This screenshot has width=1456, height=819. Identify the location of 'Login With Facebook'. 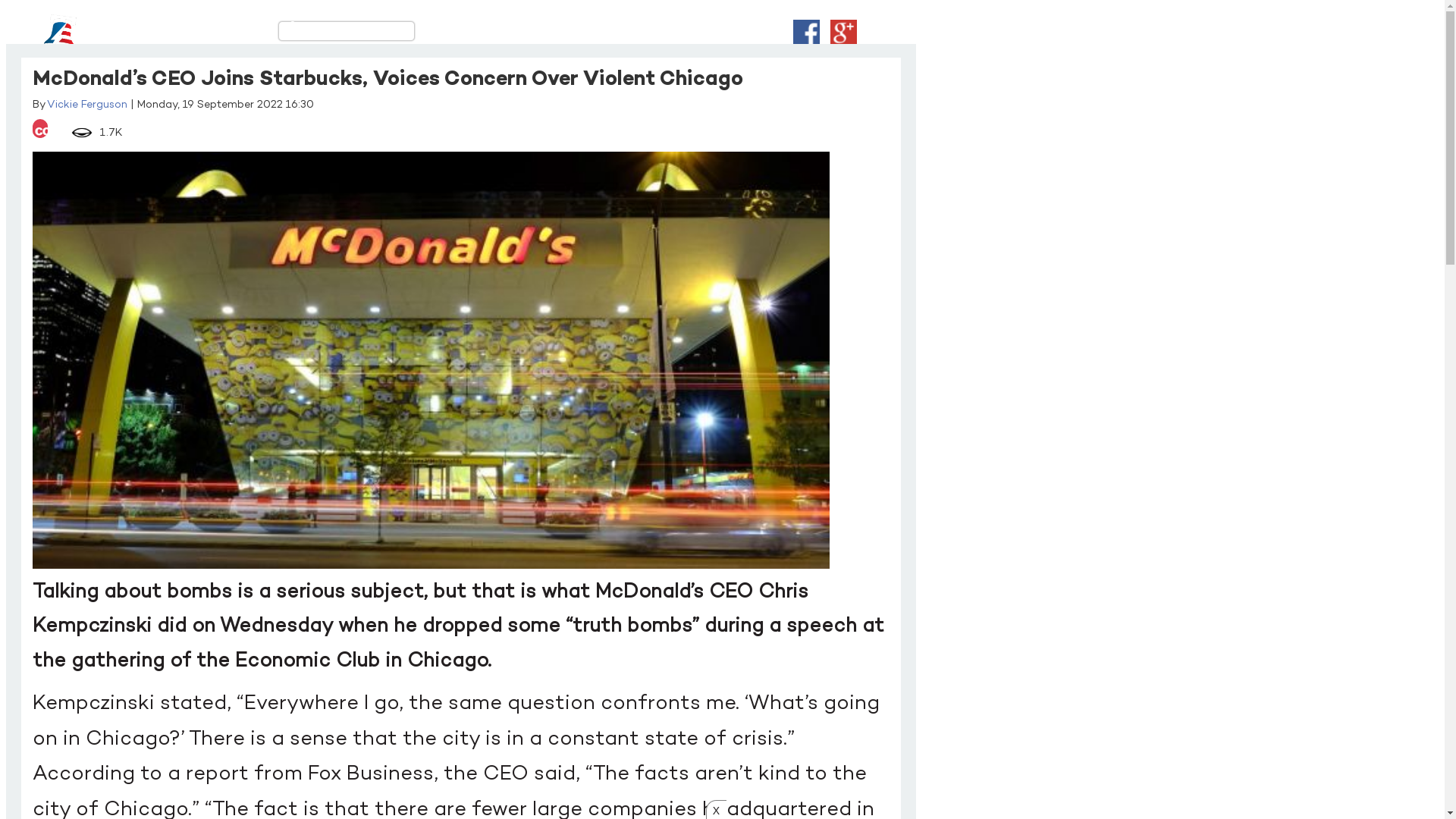
(805, 33).